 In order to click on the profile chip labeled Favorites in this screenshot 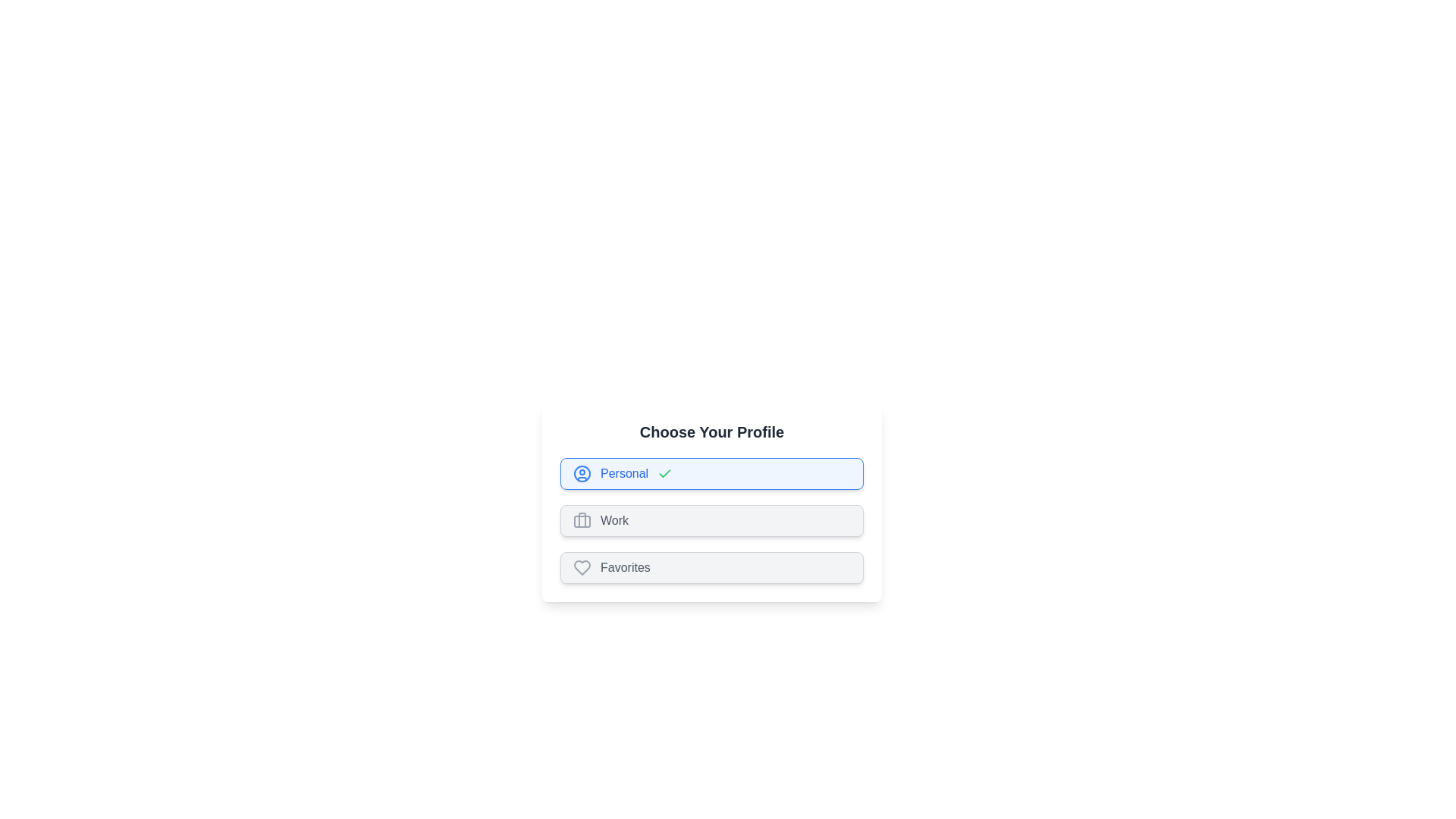, I will do `click(711, 567)`.